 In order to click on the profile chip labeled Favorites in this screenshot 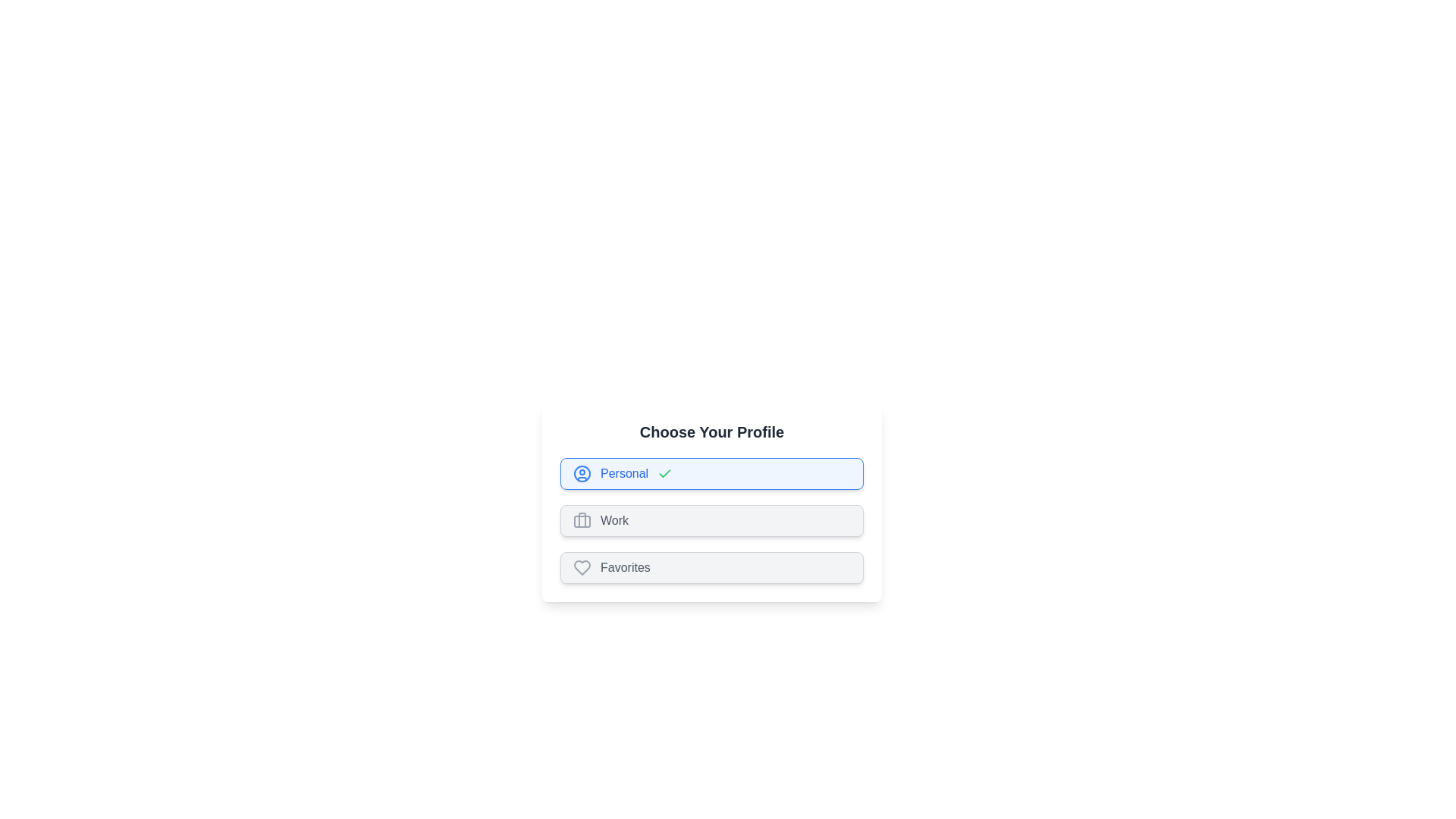, I will do `click(711, 567)`.